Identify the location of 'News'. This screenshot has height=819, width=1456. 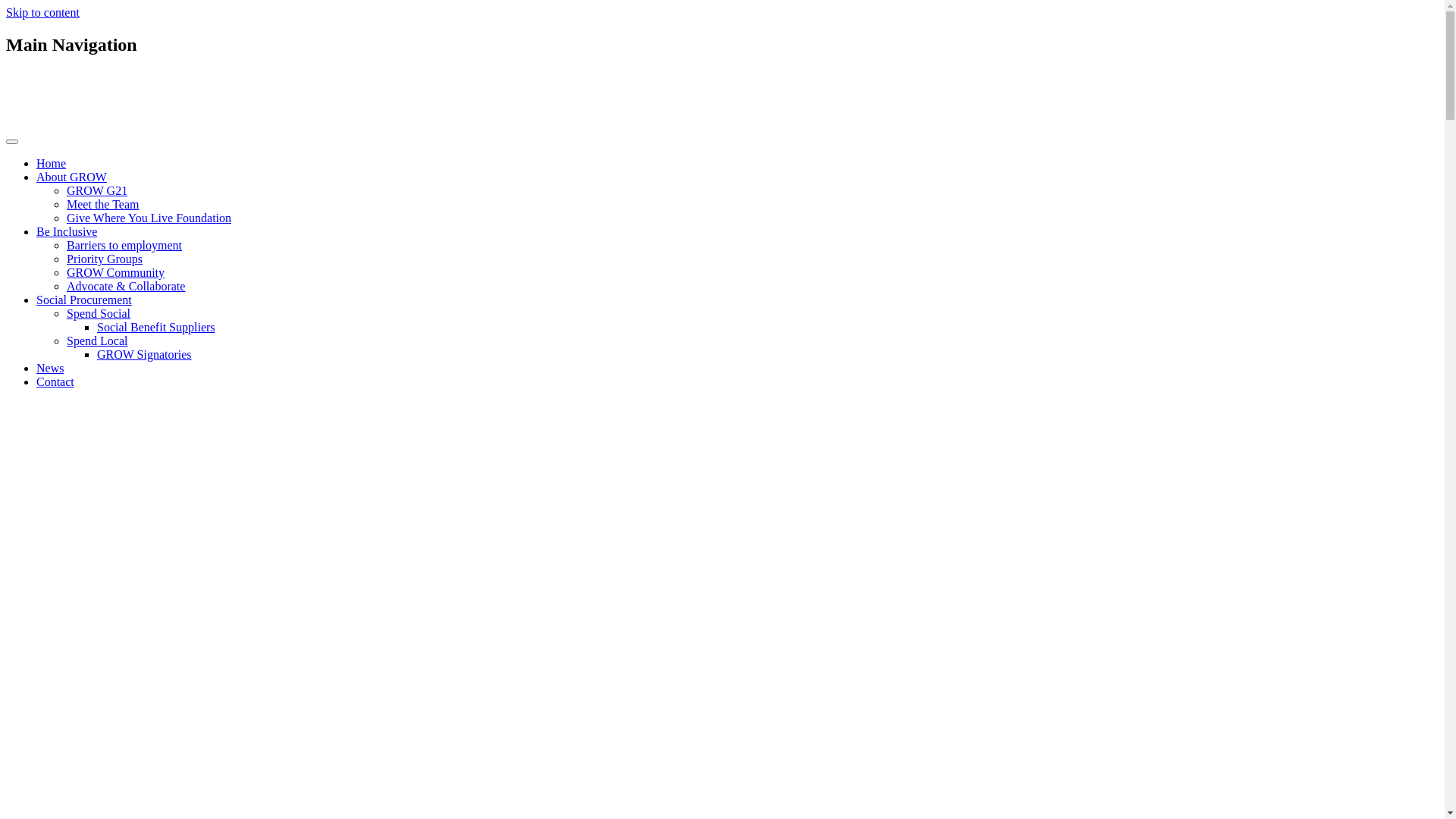
(50, 368).